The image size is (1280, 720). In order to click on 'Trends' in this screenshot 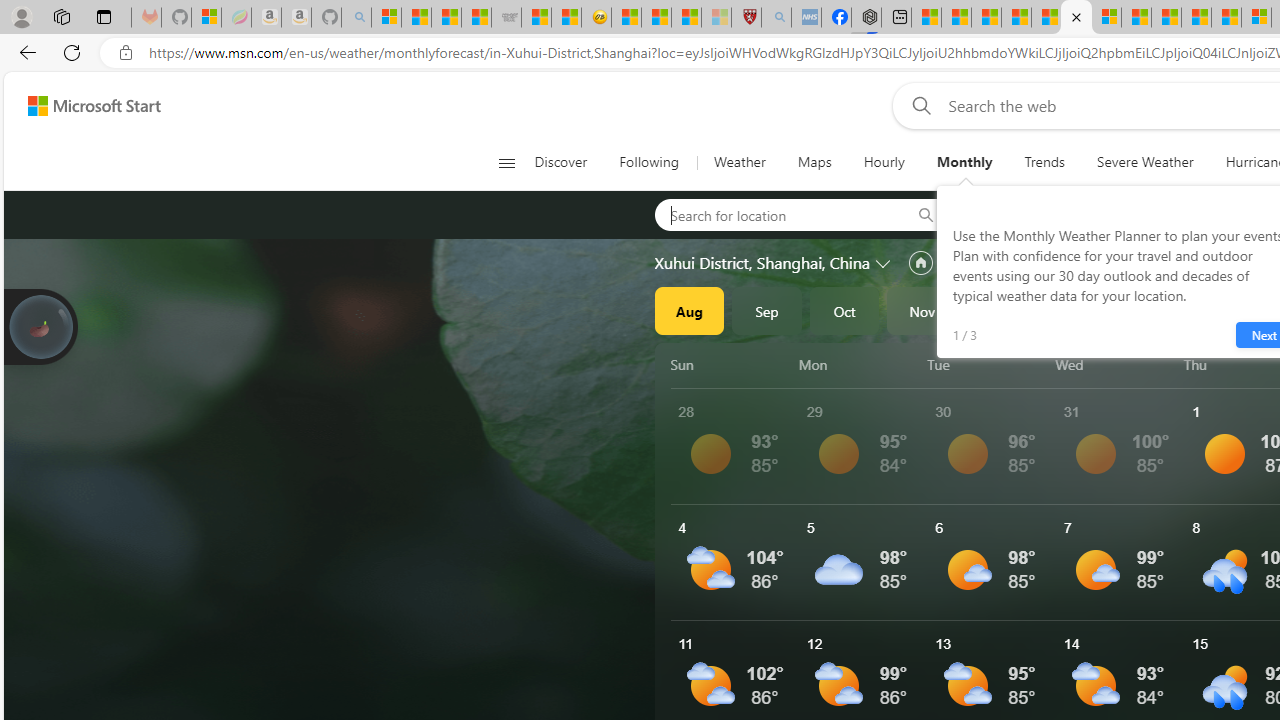, I will do `click(1043, 162)`.